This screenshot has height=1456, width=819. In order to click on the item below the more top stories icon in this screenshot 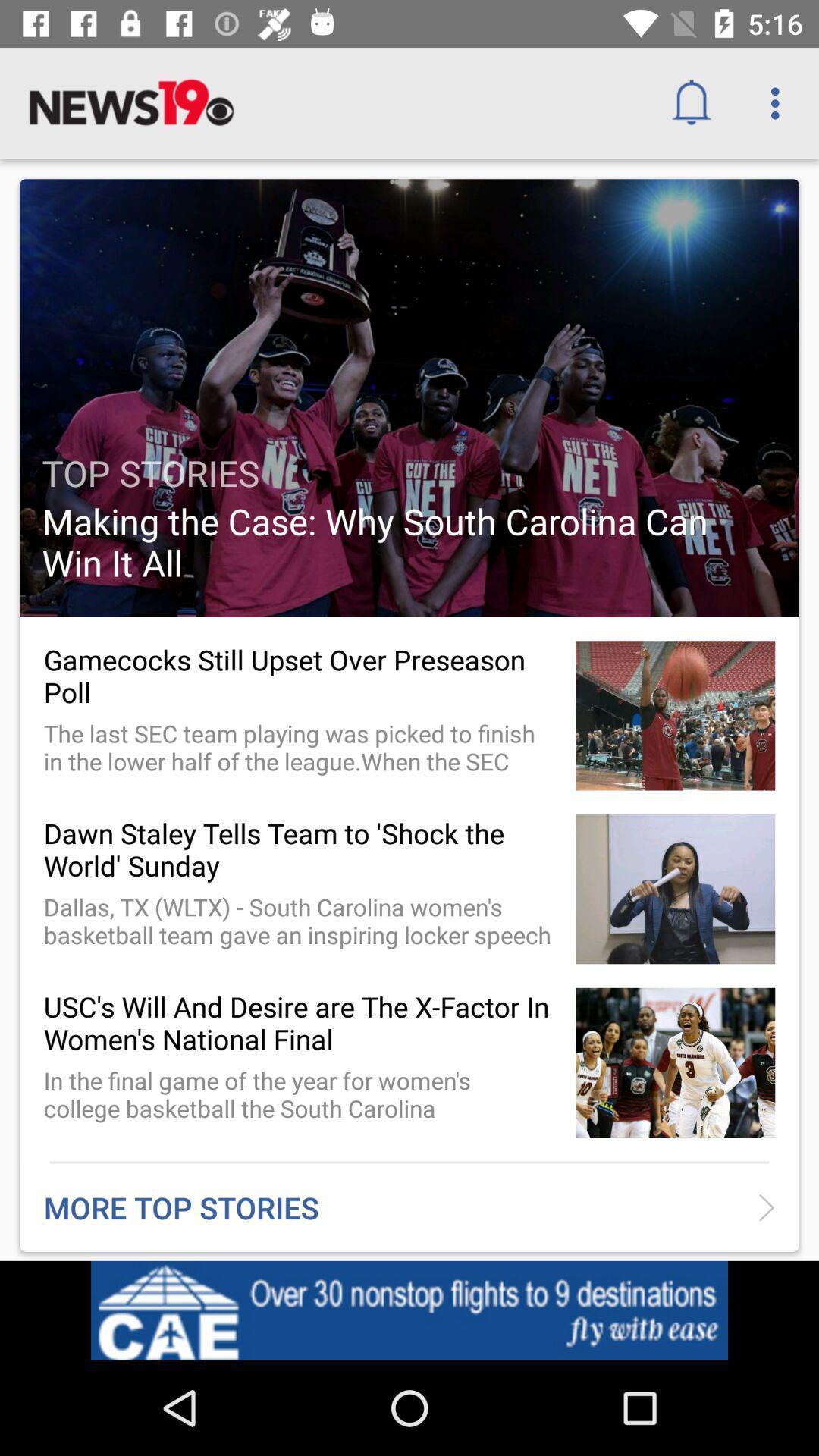, I will do `click(697, 1314)`.